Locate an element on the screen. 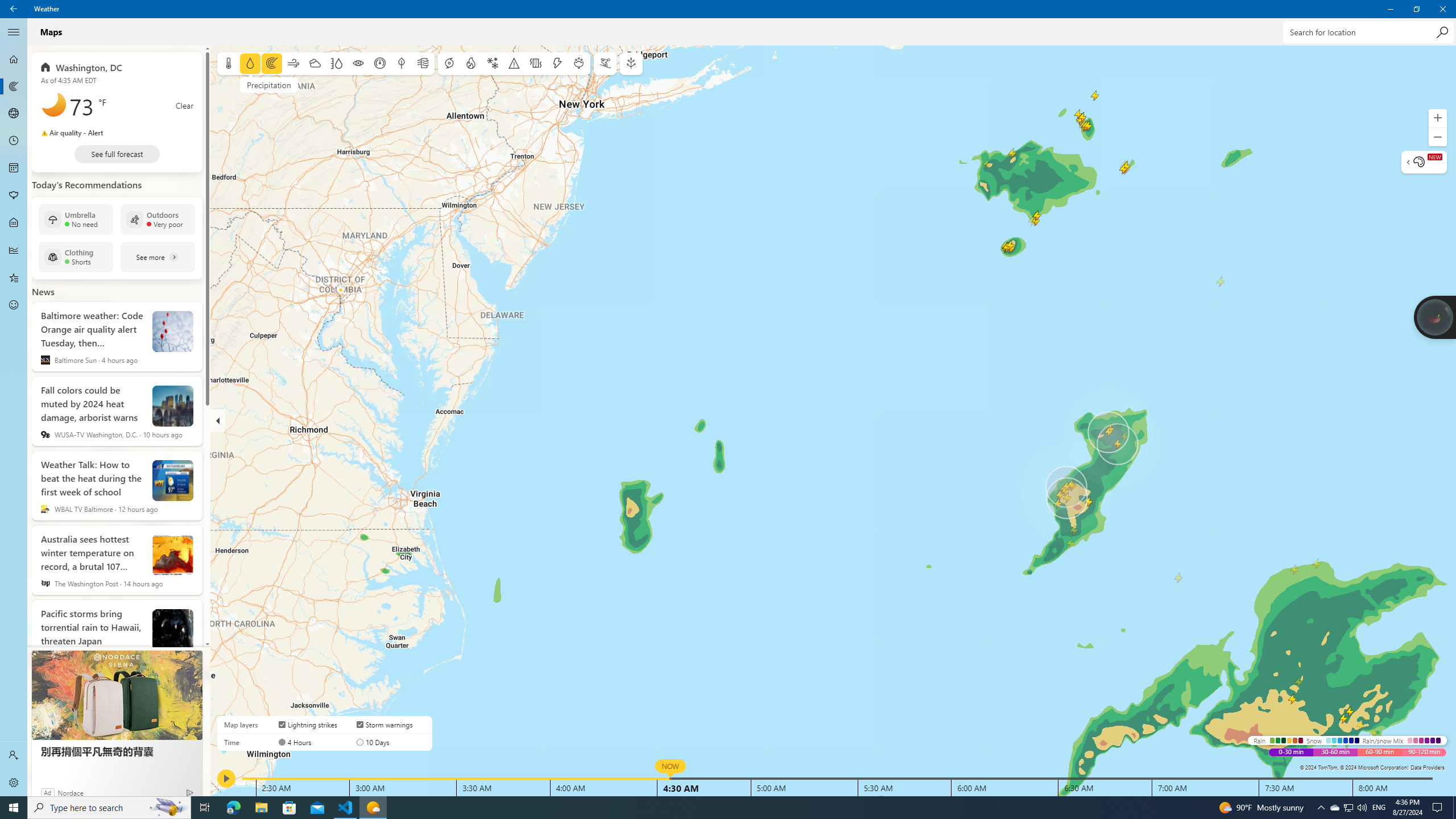 Image resolution: width=1456 pixels, height=819 pixels. 'Favorites - Not Selected' is located at coordinates (14, 277).